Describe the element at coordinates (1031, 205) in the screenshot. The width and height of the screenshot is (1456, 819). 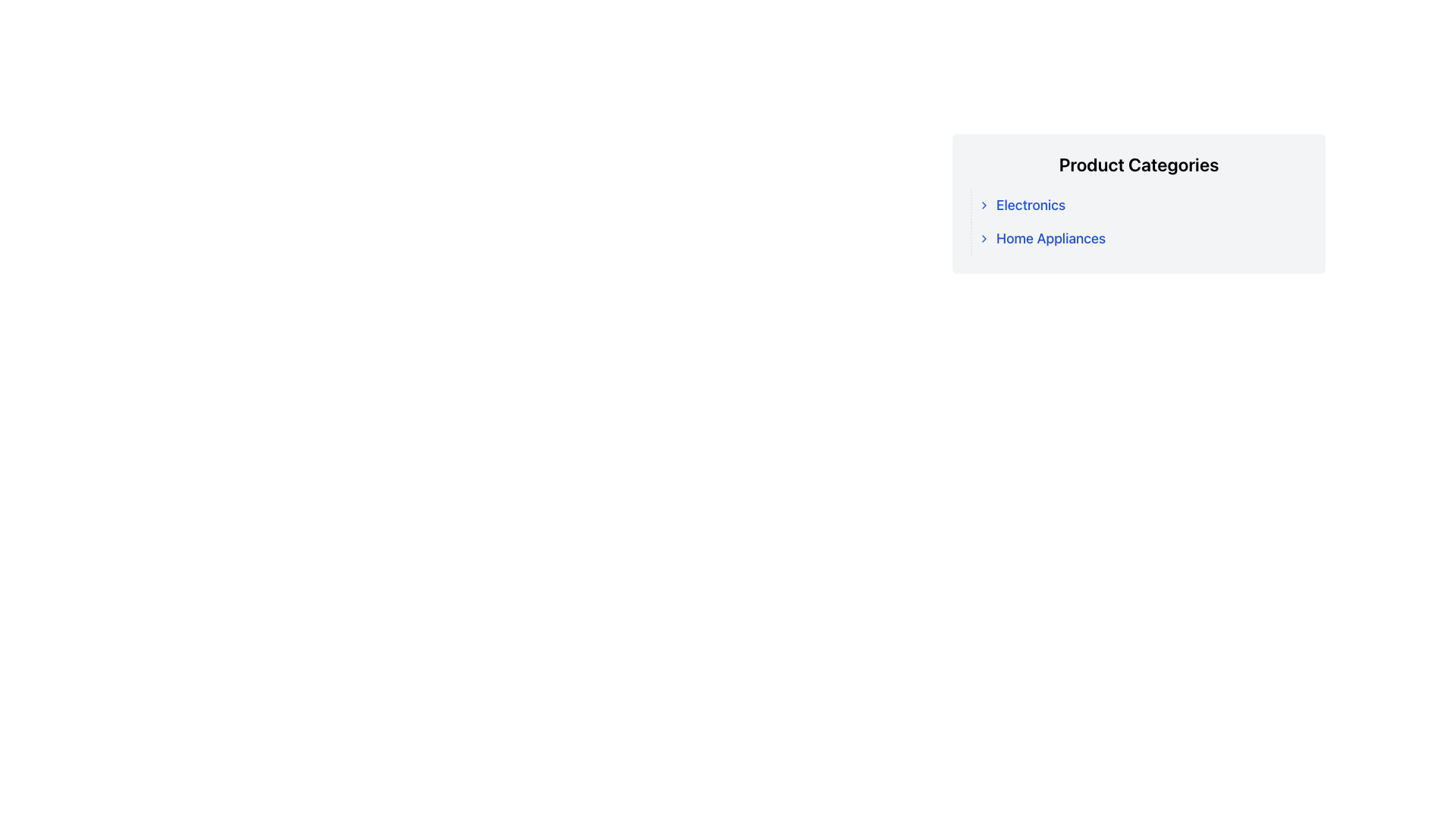
I see `the 'Electronics' category text element, which is the first text entry in the navigational list and positioned to the right of an arrow icon` at that location.